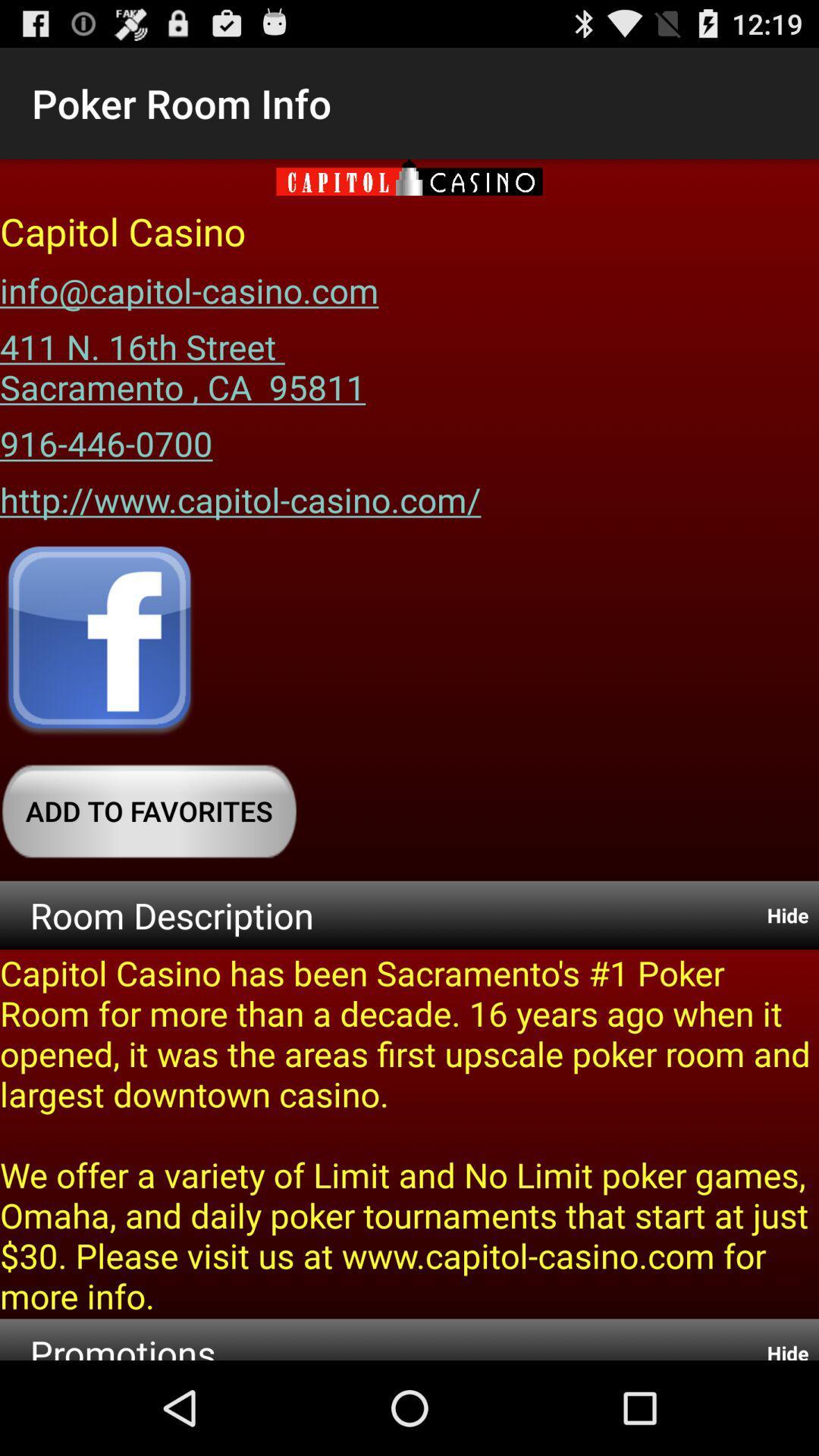 Image resolution: width=819 pixels, height=1456 pixels. Describe the element at coordinates (105, 437) in the screenshot. I see `916-446-0700 item` at that location.